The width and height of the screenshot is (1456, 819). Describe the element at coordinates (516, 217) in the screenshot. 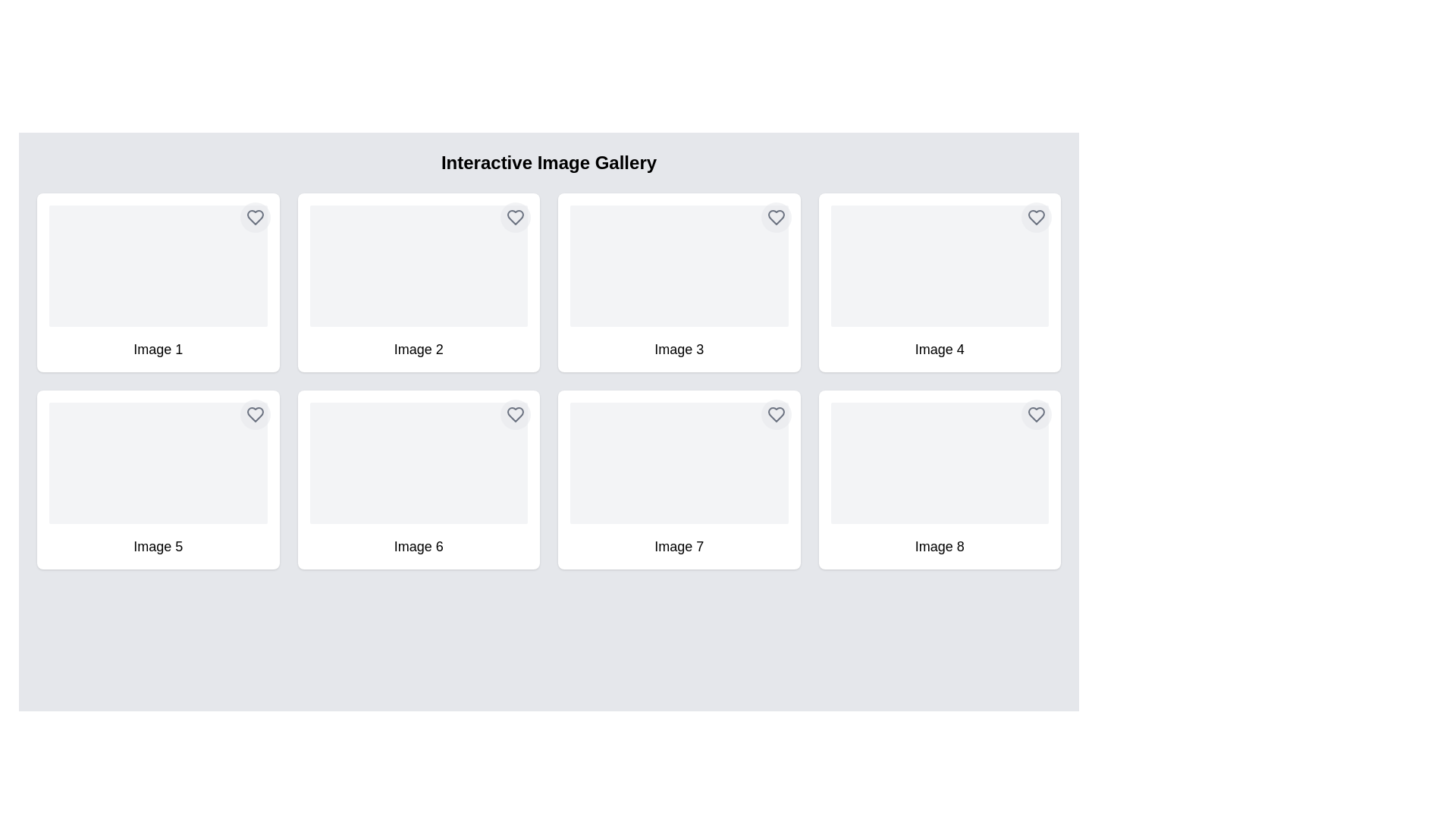

I see `the 'like' button located at the top-right corner of the card labeled 'Image 2' in the second column of the first row` at that location.